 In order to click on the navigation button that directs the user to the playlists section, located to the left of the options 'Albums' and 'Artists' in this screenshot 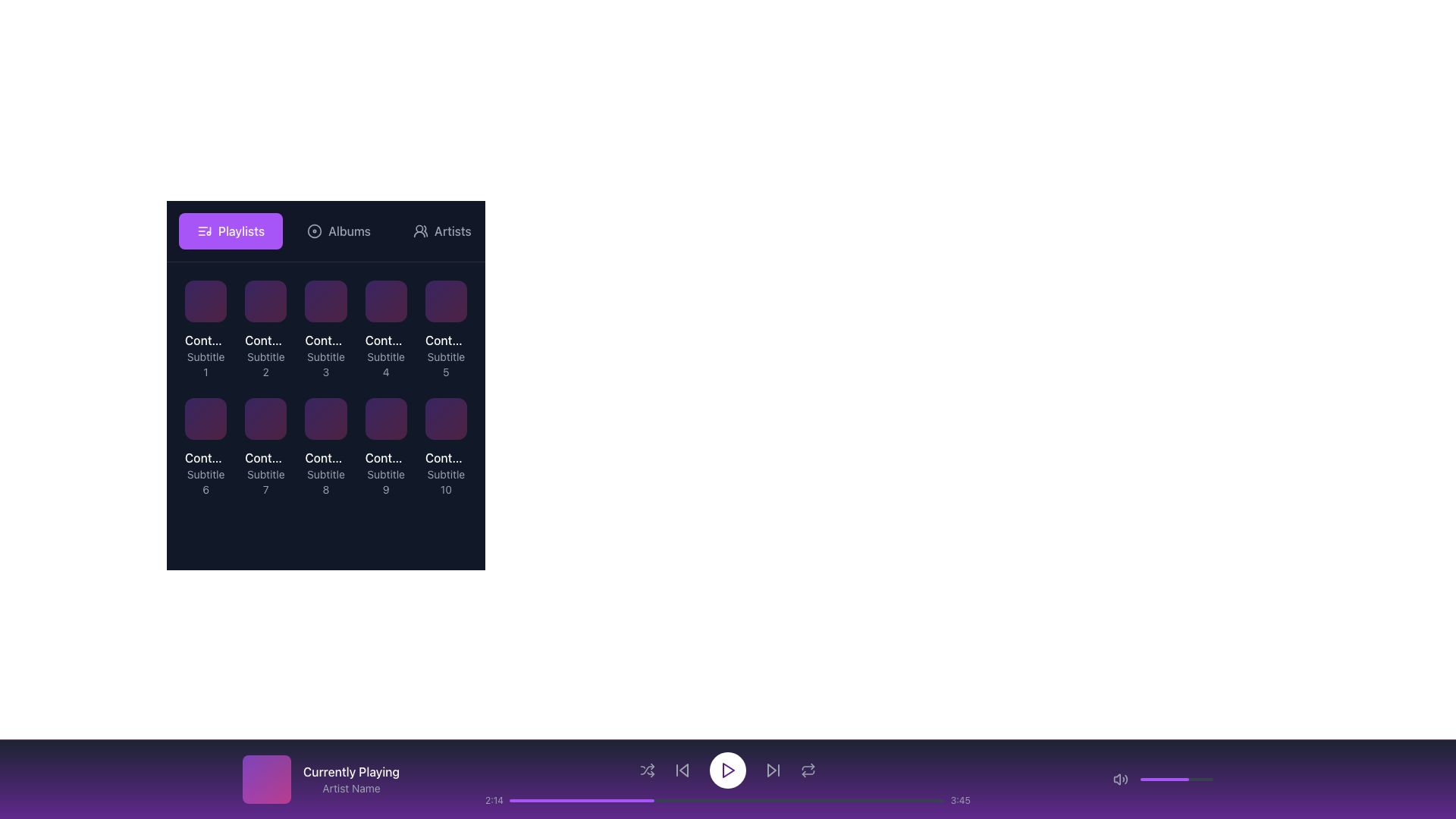, I will do `click(230, 231)`.